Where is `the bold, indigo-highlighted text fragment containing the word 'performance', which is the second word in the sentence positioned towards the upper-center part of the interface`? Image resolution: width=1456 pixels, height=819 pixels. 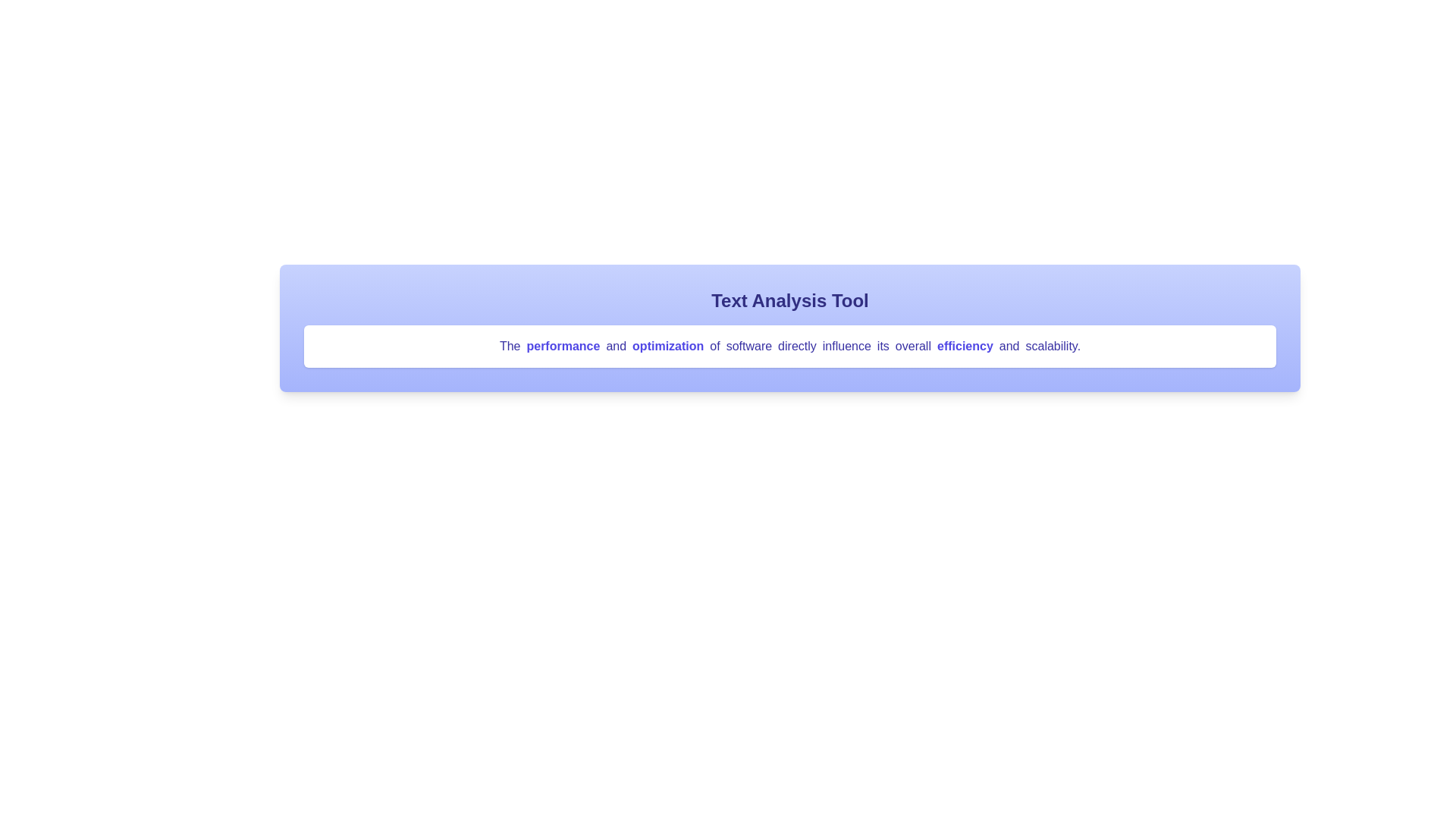
the bold, indigo-highlighted text fragment containing the word 'performance', which is the second word in the sentence positioned towards the upper-center part of the interface is located at coordinates (562, 346).